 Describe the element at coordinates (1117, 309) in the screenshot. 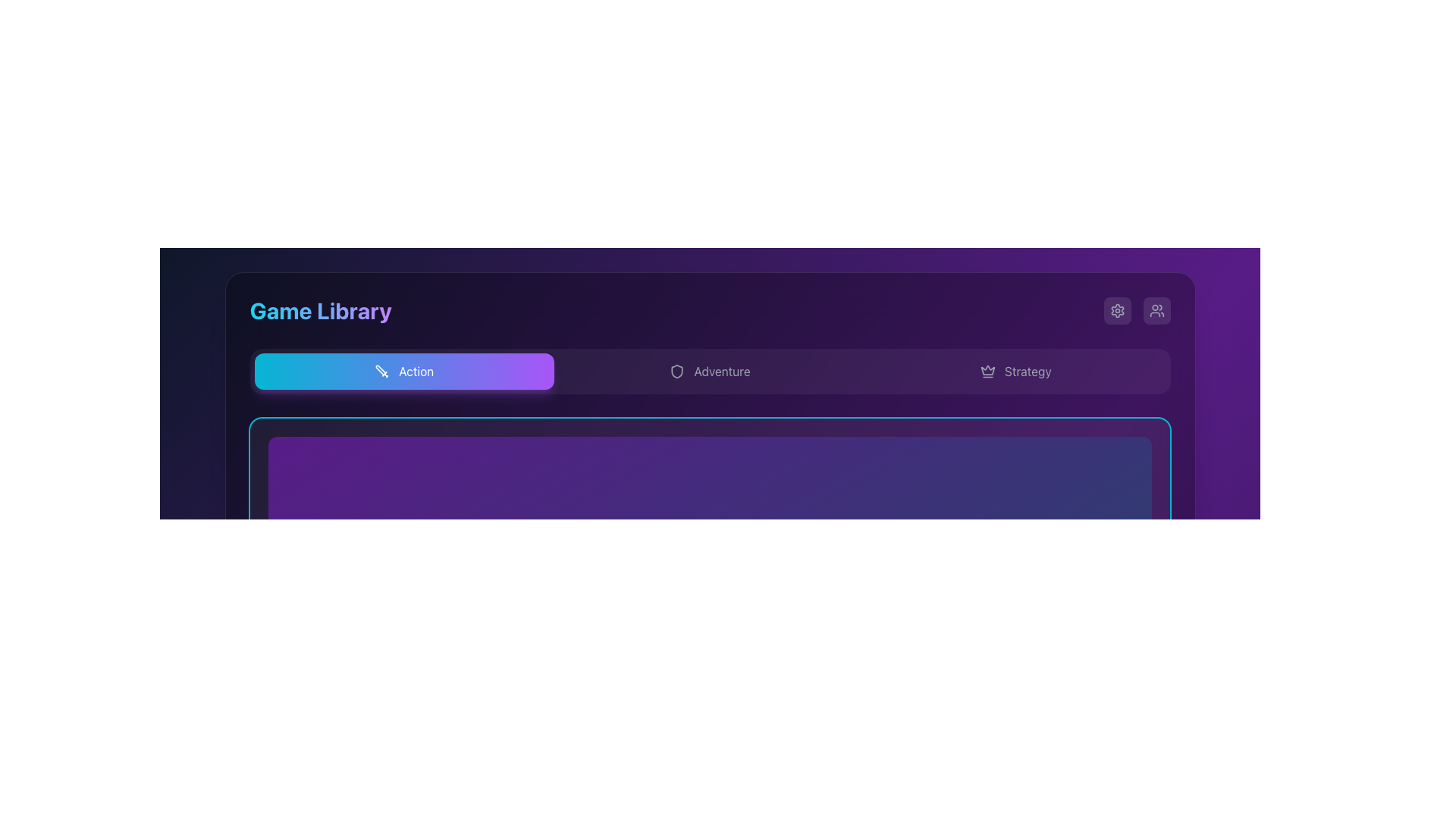

I see `the gear-shaped icon representing settings in the top-right section of the toolbar` at that location.